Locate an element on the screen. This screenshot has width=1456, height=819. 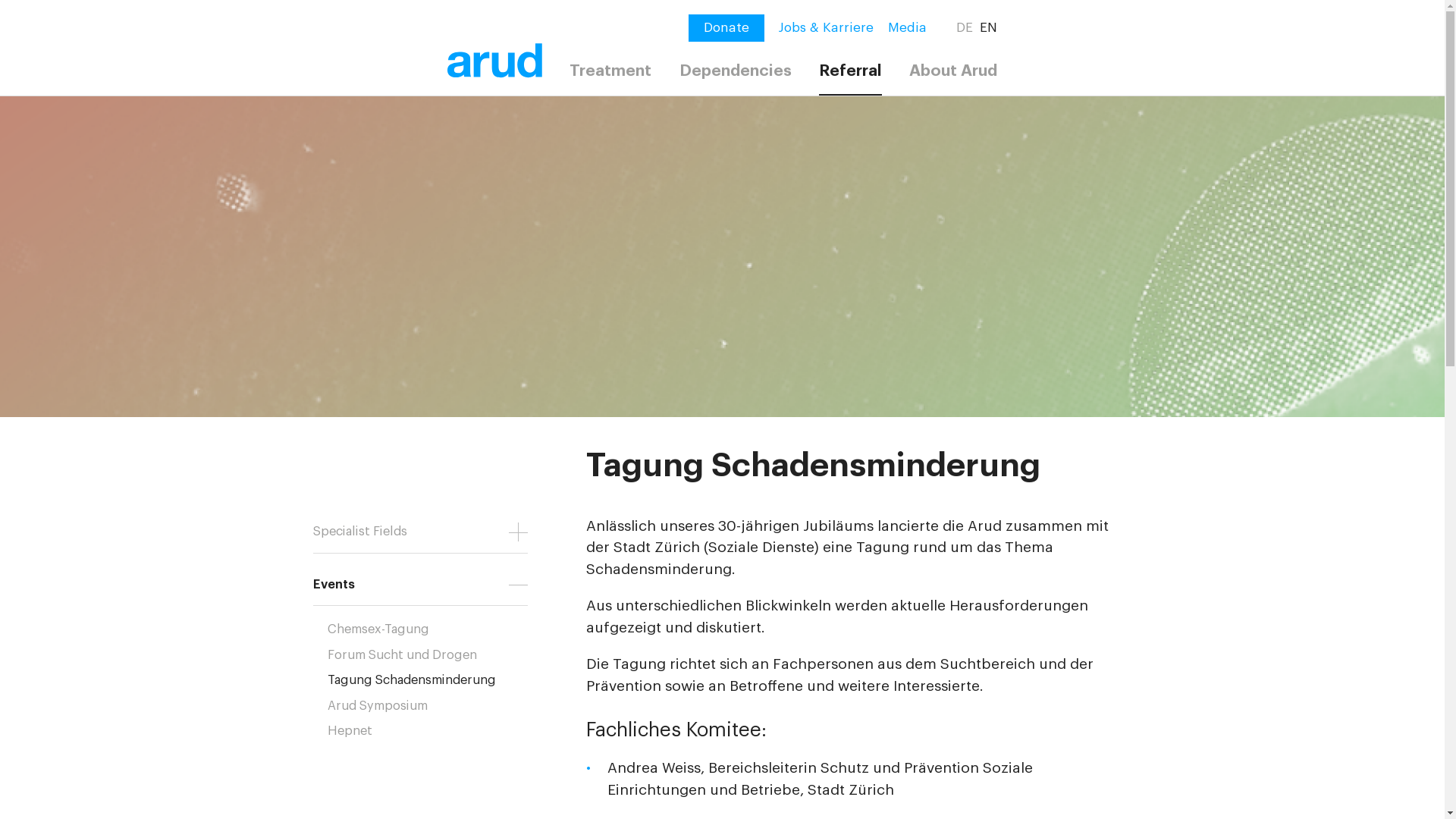
'Chemsex-Tagung' is located at coordinates (434, 629).